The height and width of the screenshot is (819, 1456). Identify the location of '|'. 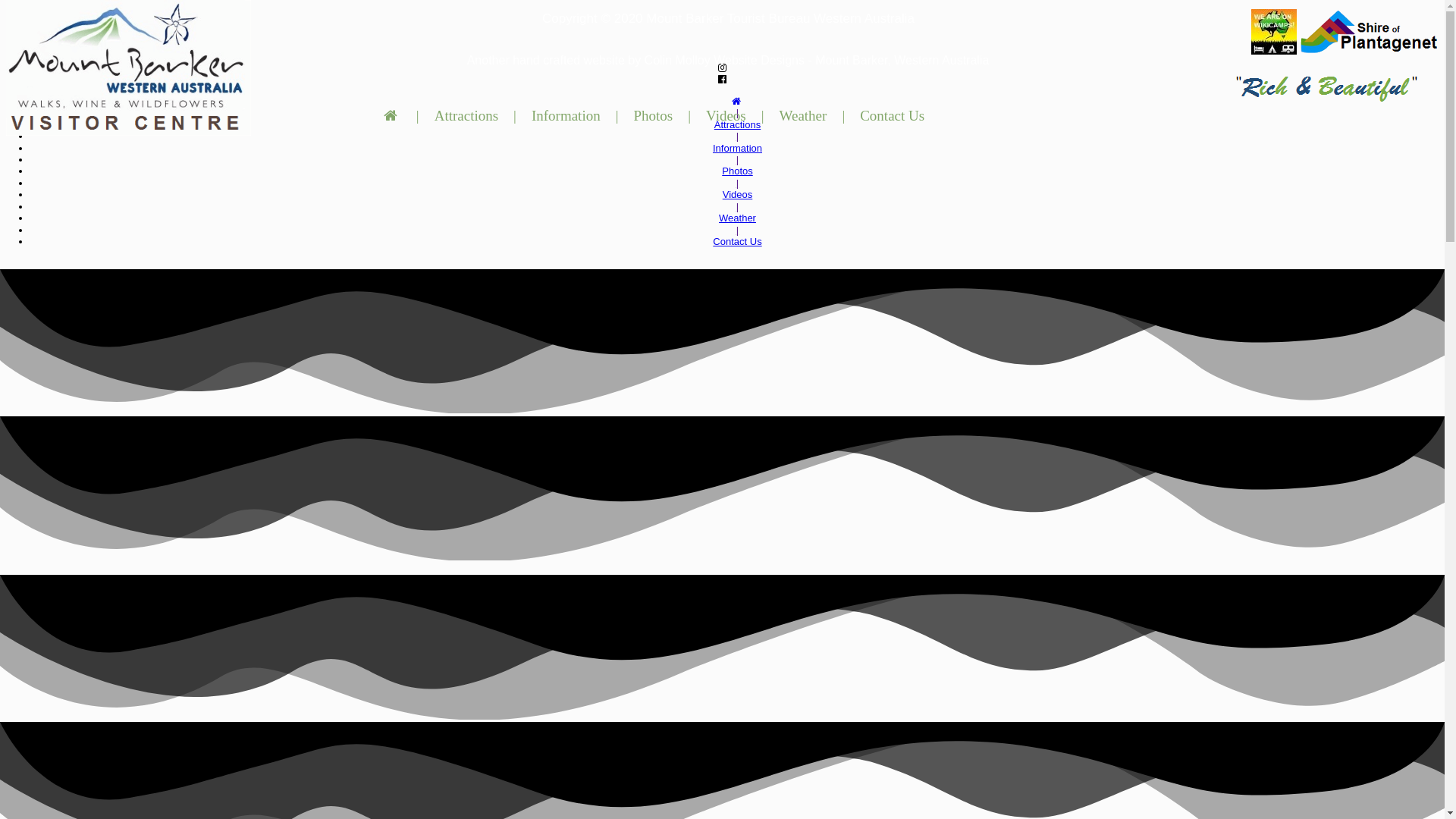
(617, 115).